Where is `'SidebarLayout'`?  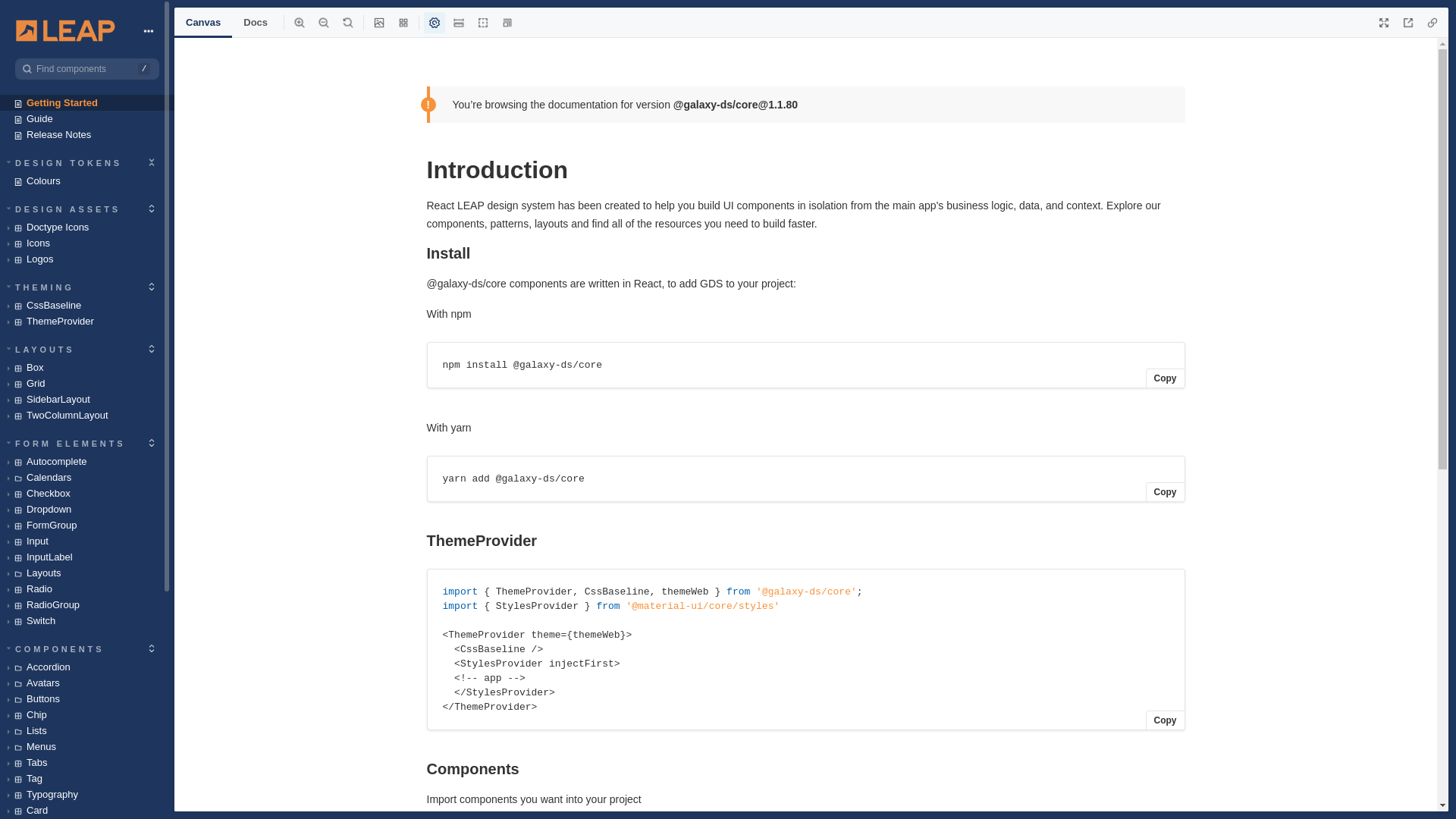
'SidebarLayout' is located at coordinates (0, 398).